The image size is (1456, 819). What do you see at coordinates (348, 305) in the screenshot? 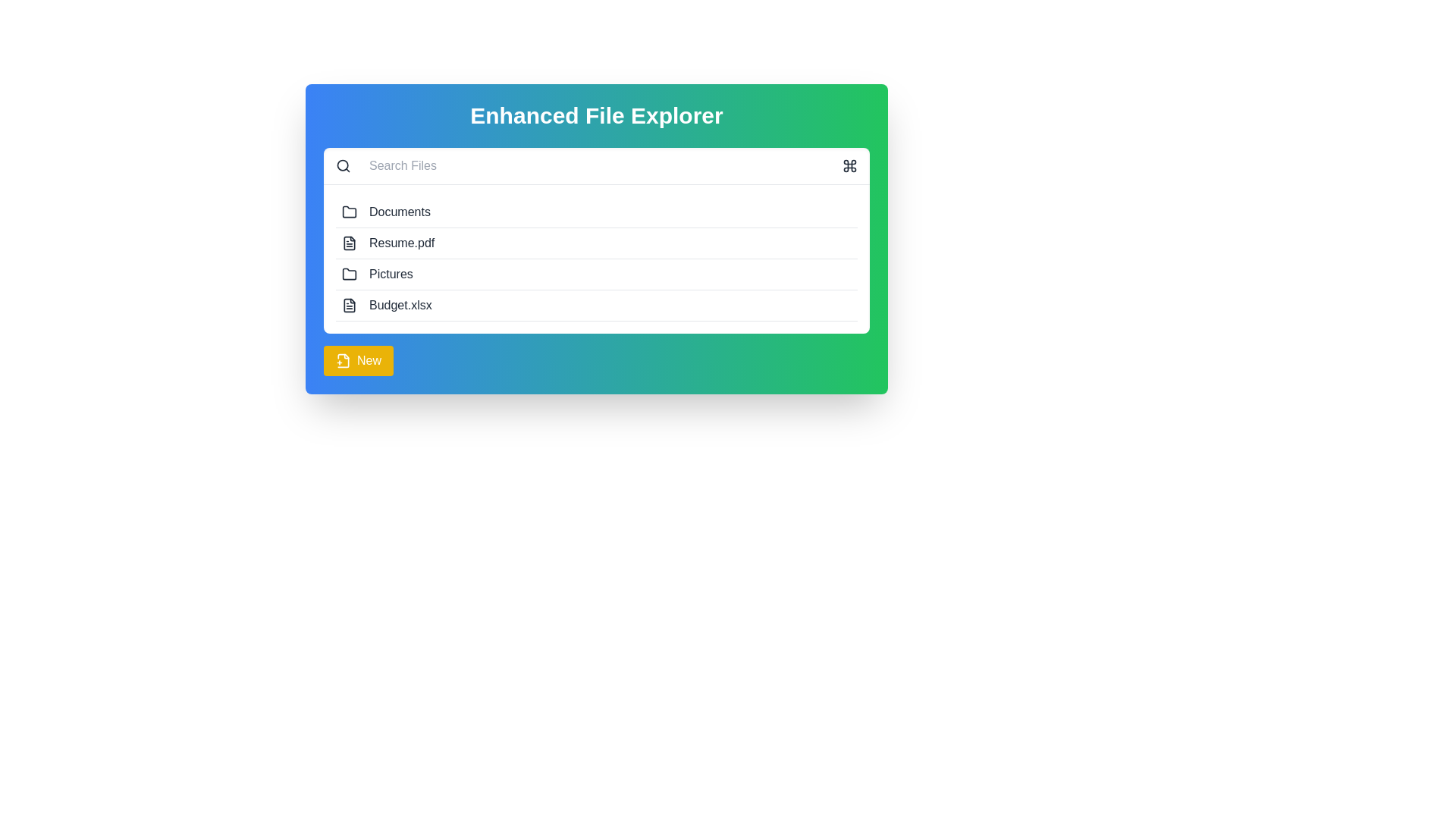
I see `the small document icon for the list entry labeled 'Budget.xlsx', which is styled with a dark color and sharp edges, located on the left side of the entry` at bounding box center [348, 305].